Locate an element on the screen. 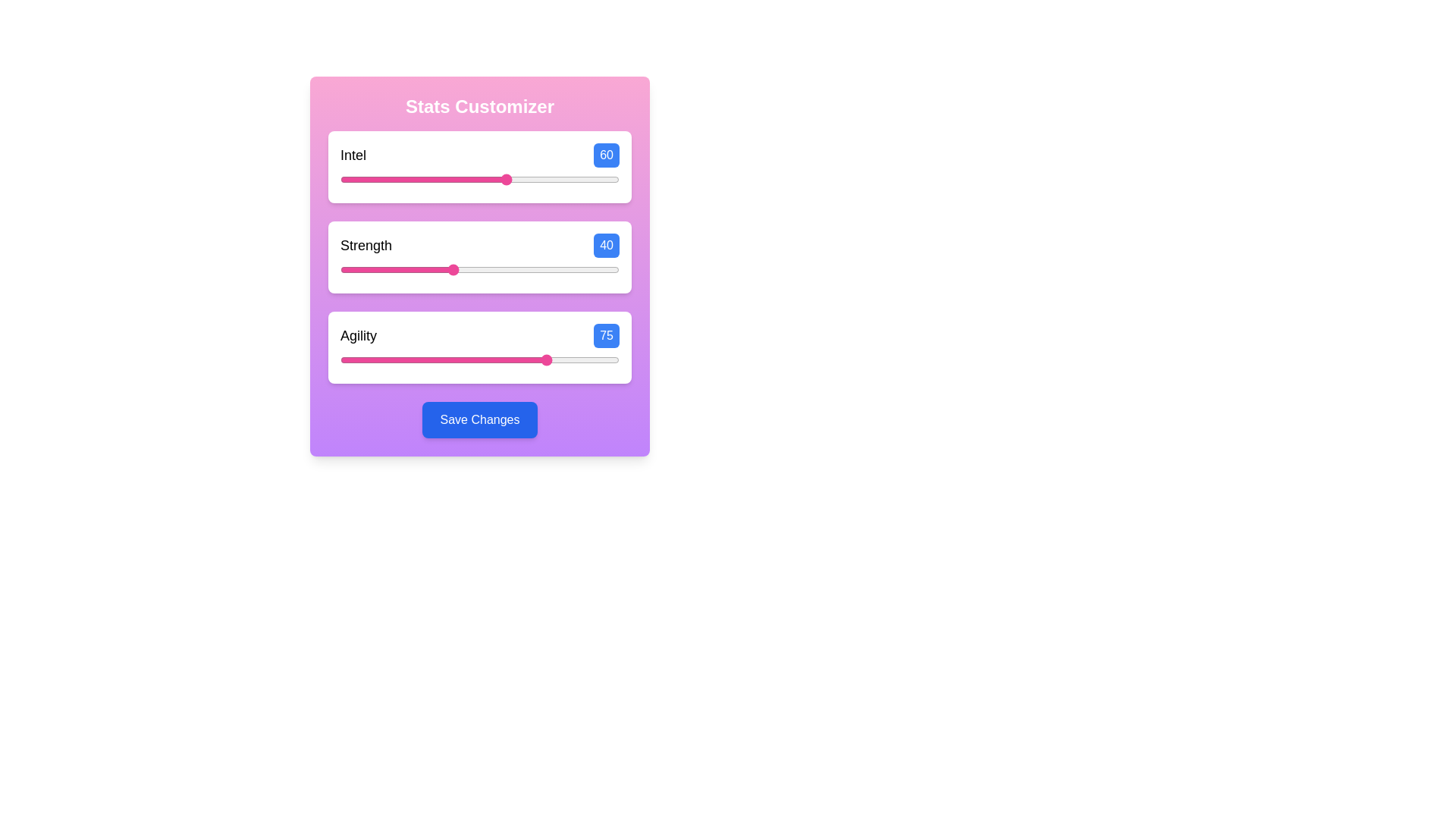 The image size is (1456, 819). the agility value is located at coordinates (448, 359).